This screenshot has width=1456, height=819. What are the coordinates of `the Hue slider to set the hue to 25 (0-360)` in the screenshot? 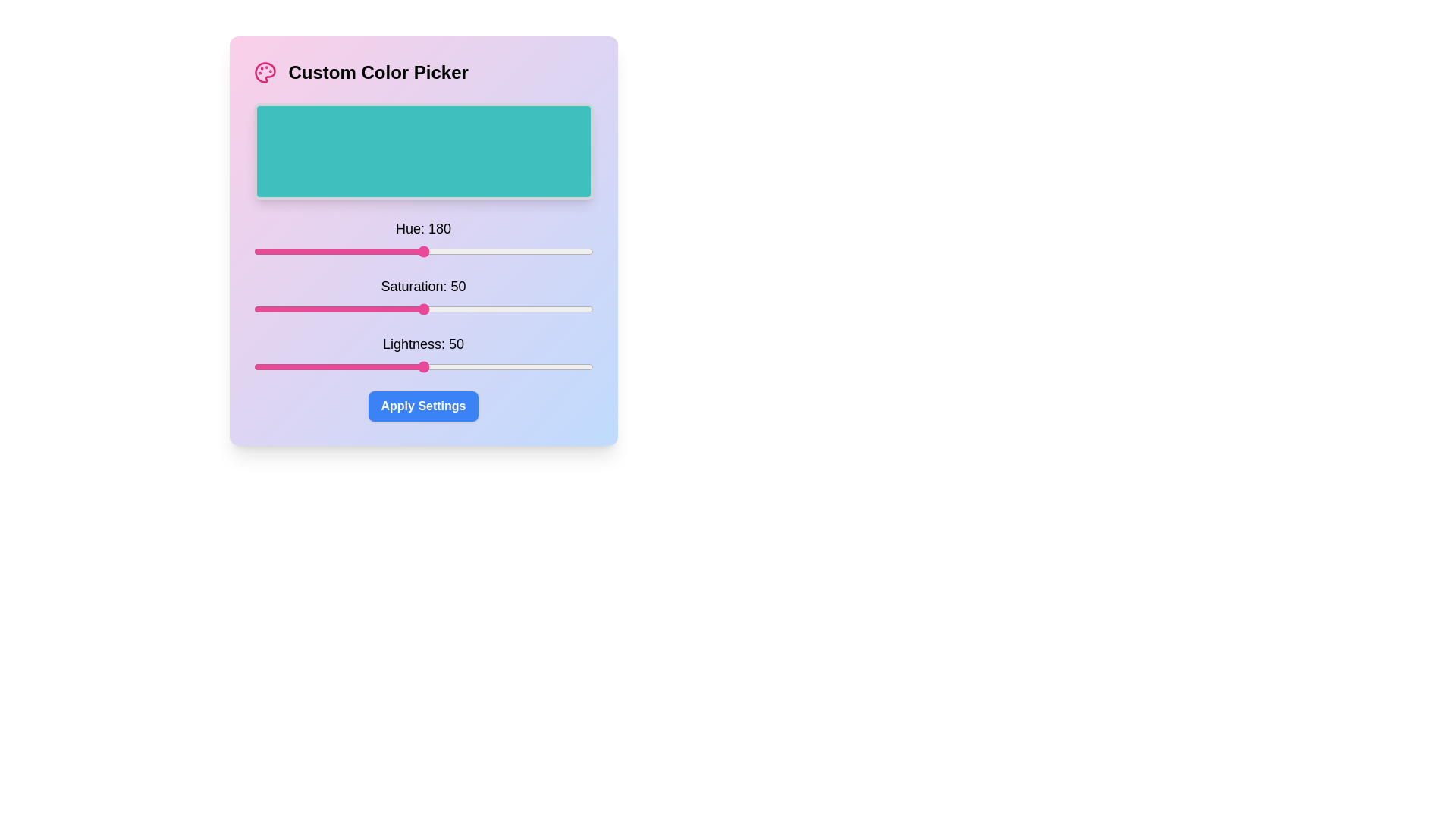 It's located at (277, 250).